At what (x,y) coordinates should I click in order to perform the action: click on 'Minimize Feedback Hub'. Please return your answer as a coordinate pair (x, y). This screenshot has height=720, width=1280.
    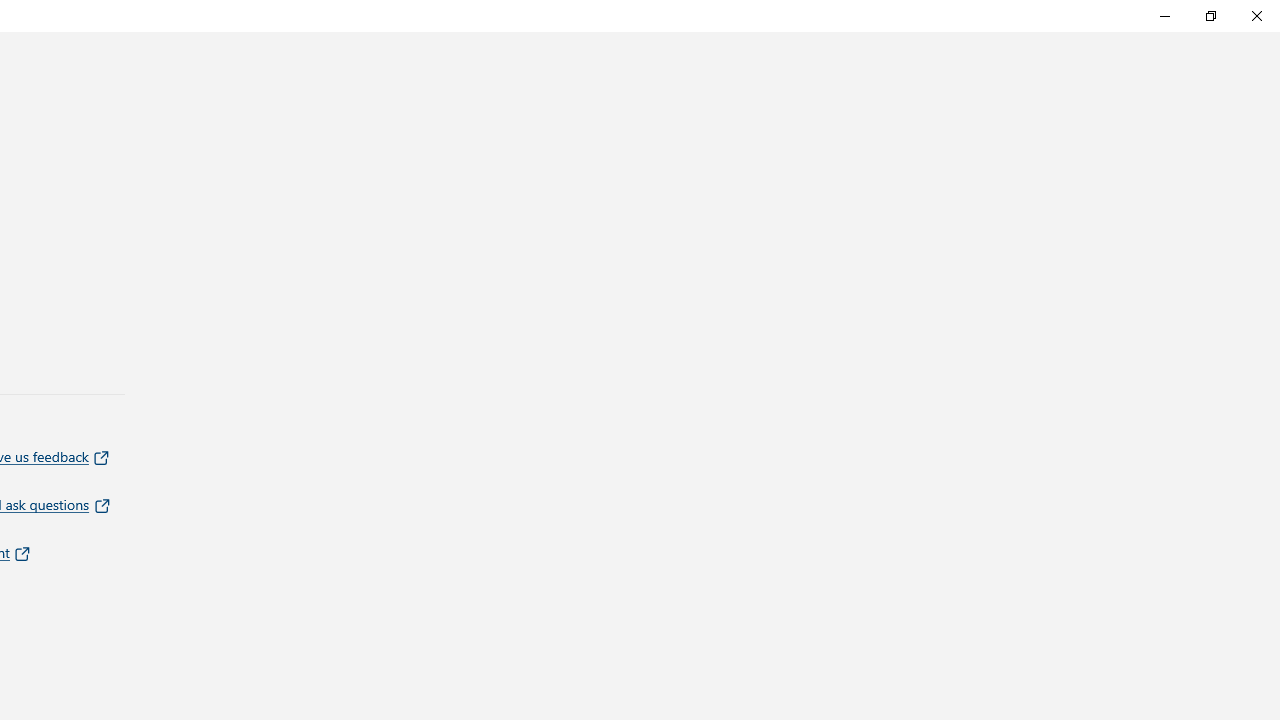
    Looking at the image, I should click on (1164, 15).